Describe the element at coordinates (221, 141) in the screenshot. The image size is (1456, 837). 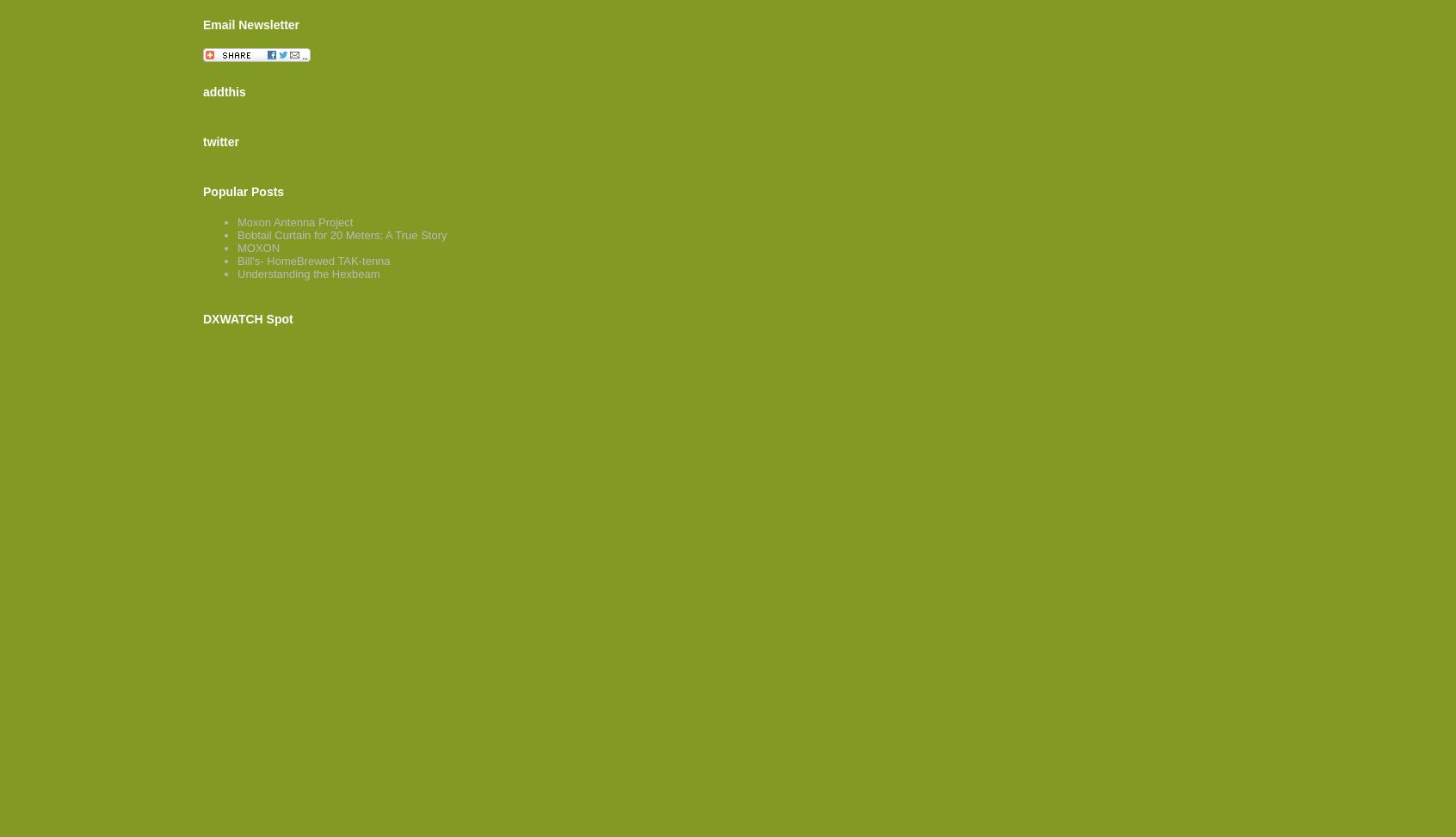
I see `'twitter'` at that location.